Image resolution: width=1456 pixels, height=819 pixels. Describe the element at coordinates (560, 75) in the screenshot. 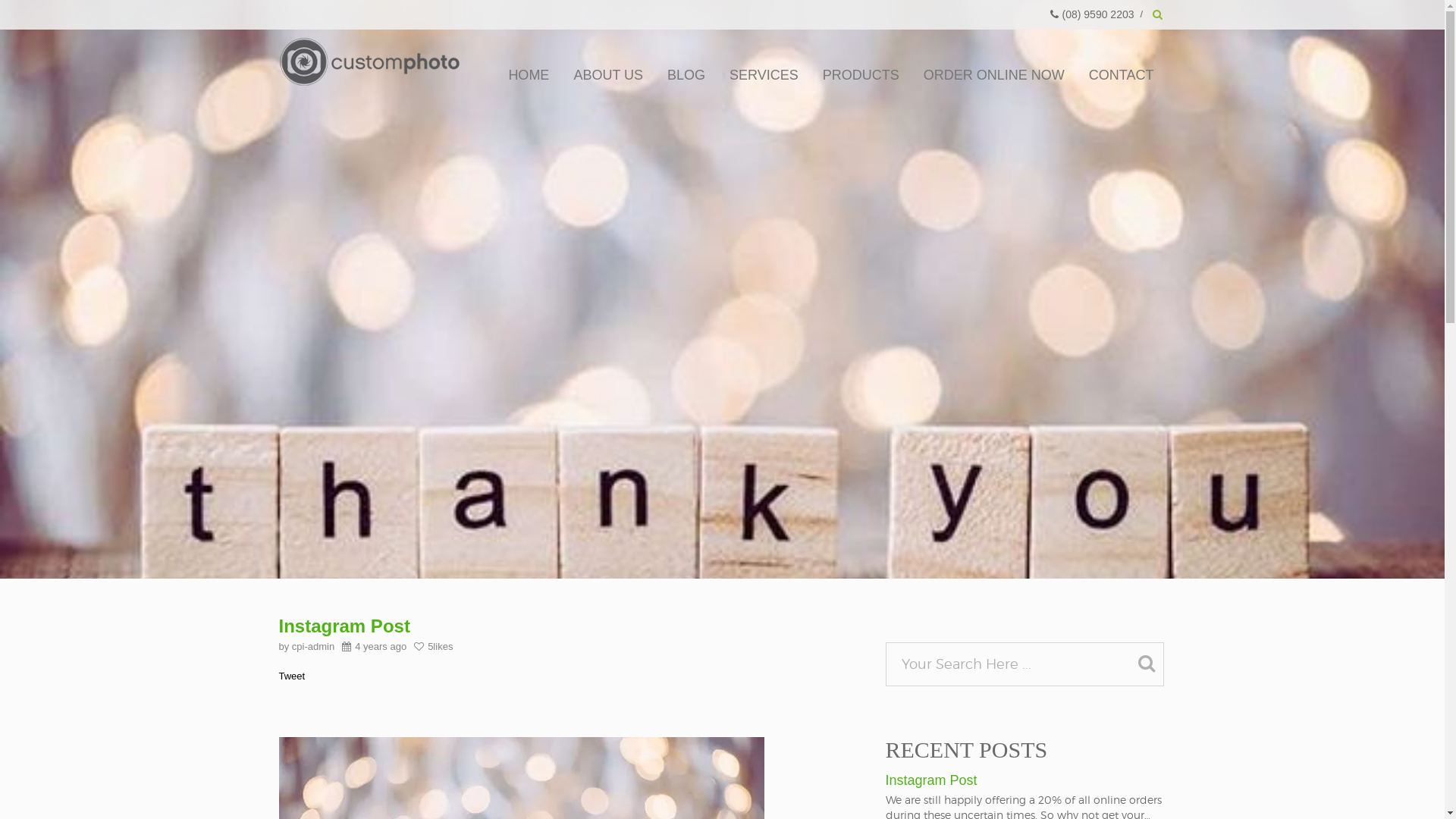

I see `'ABOUT US'` at that location.